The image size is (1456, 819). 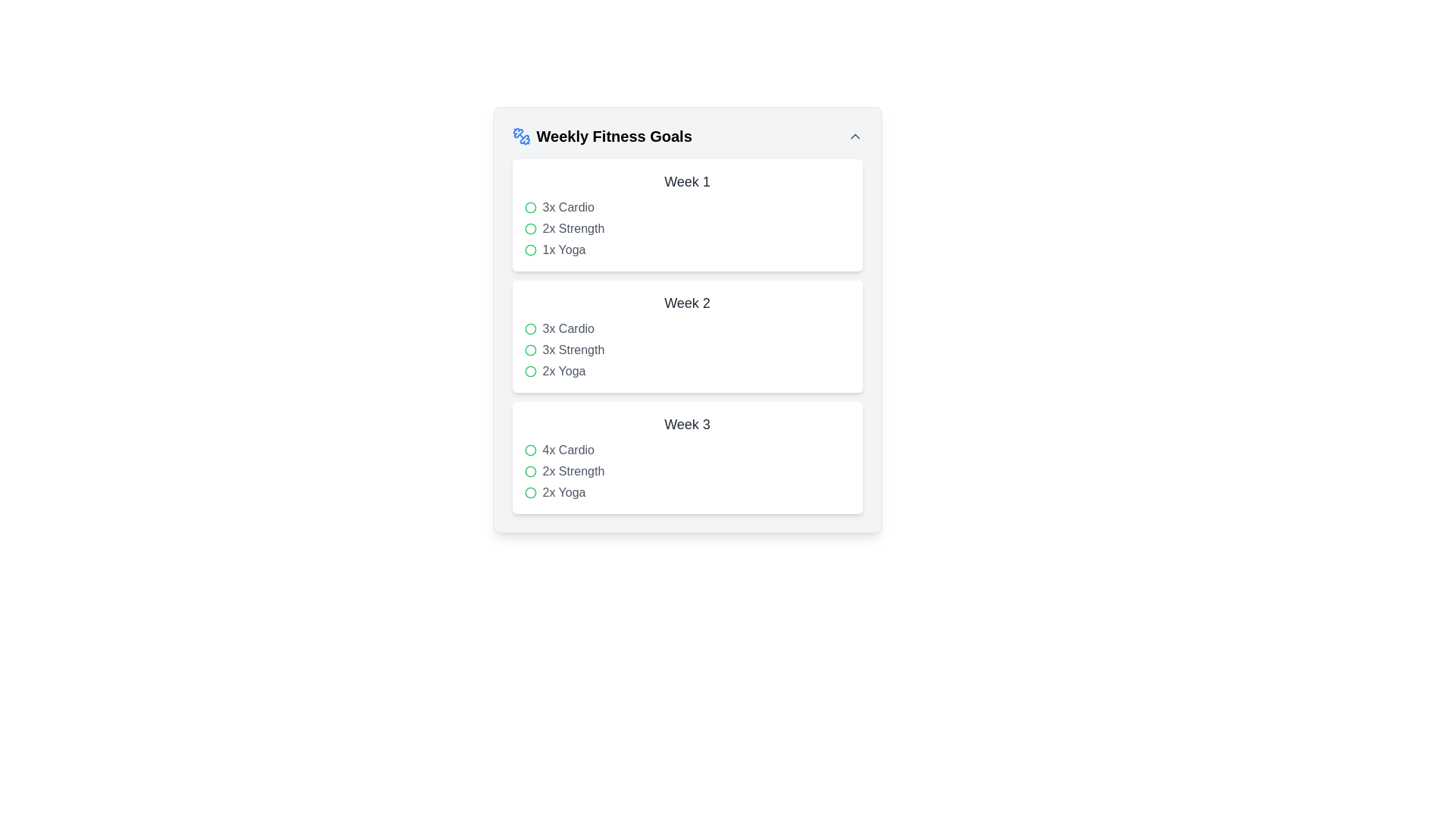 What do you see at coordinates (530, 470) in the screenshot?
I see `the SVG Circle Icon representing the status of the '4x Cardio' goal in the 'Week 3' section of the 'Weekly Fitness Goals' checklist` at bounding box center [530, 470].